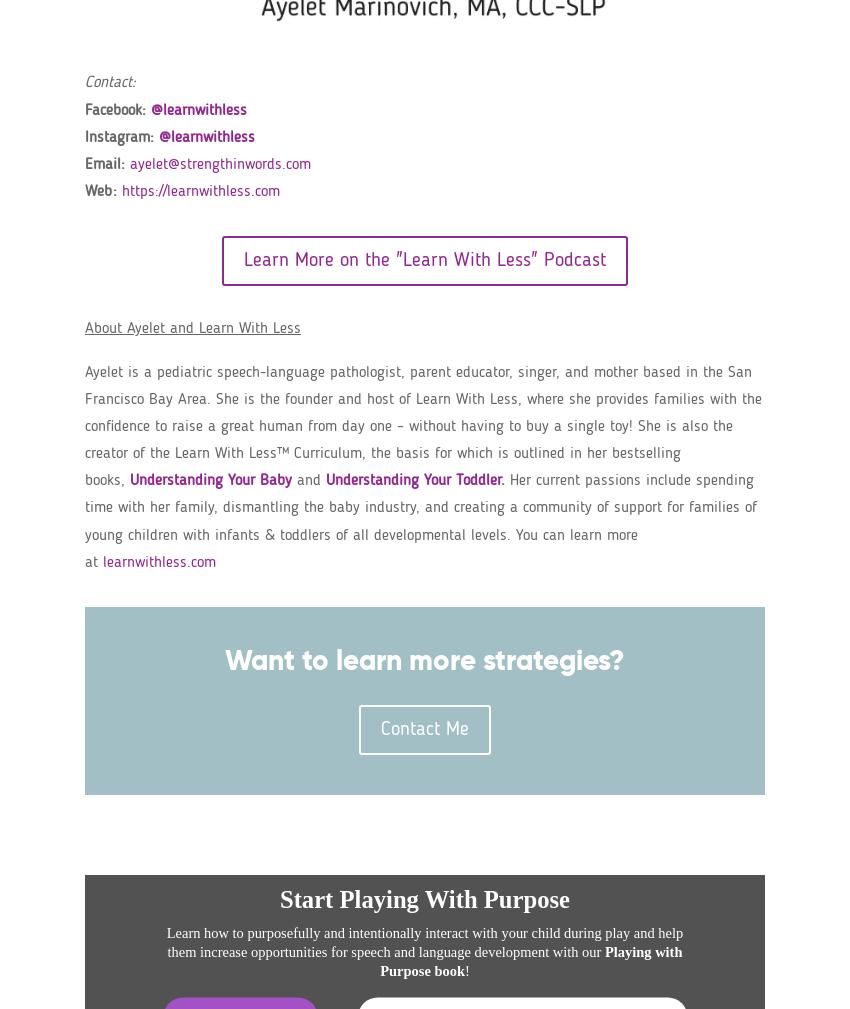 This screenshot has width=850, height=1009. Describe the element at coordinates (85, 136) in the screenshot. I see `'Instagram:'` at that location.